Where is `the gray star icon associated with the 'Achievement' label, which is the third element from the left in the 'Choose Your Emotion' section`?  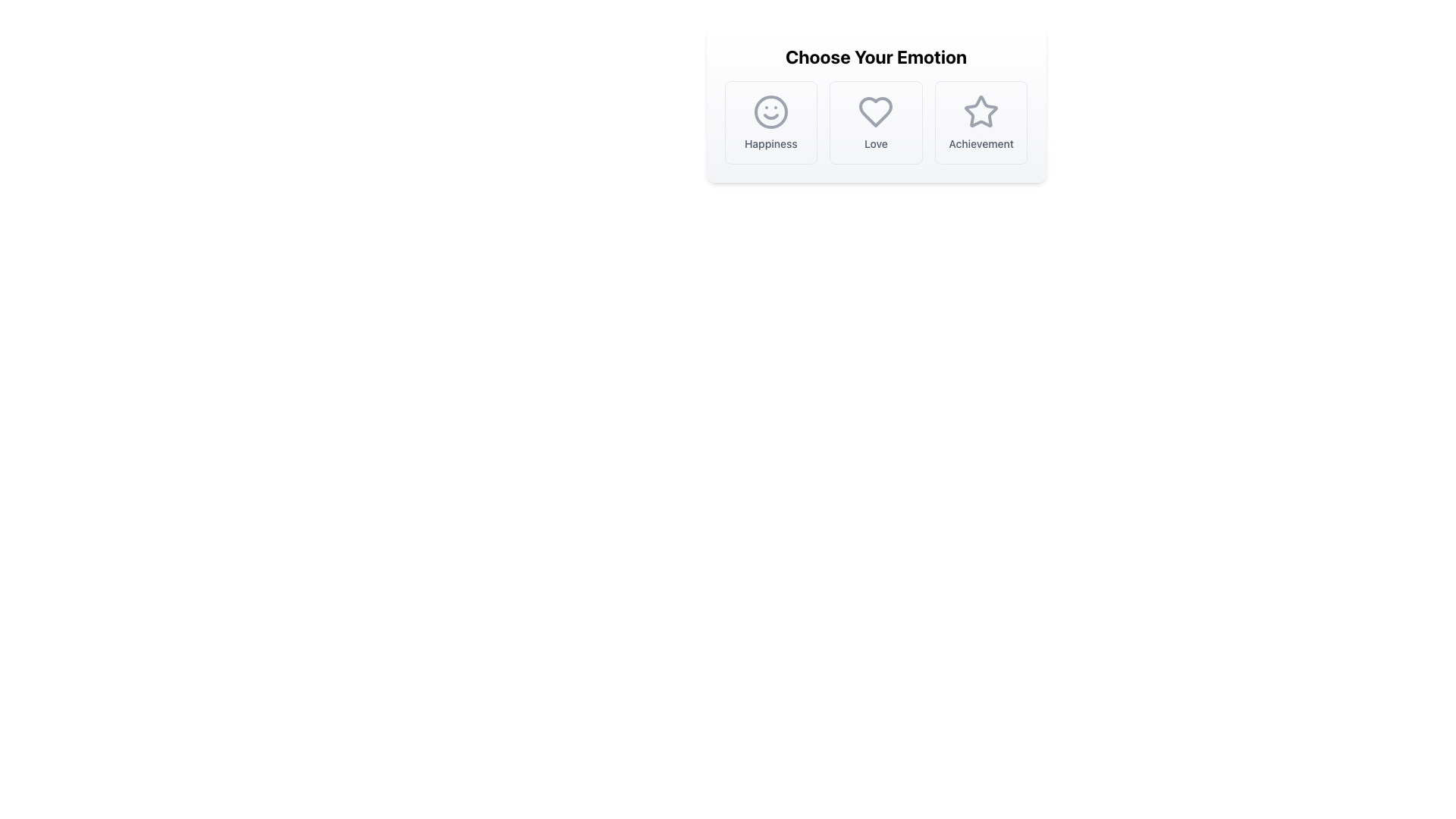 the gray star icon associated with the 'Achievement' label, which is the third element from the left in the 'Choose Your Emotion' section is located at coordinates (981, 111).